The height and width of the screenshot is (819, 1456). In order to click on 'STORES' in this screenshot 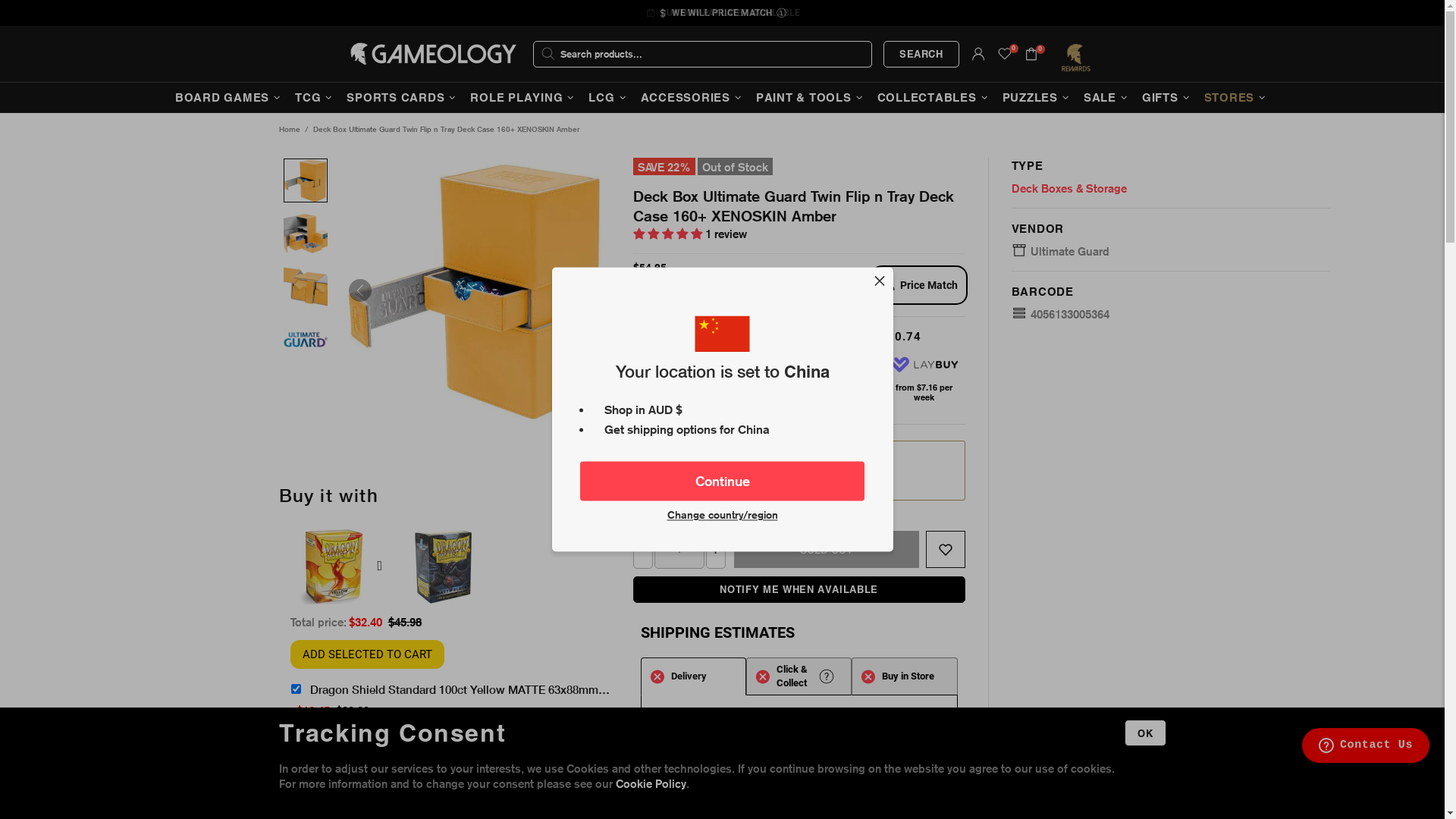, I will do `click(1197, 97)`.